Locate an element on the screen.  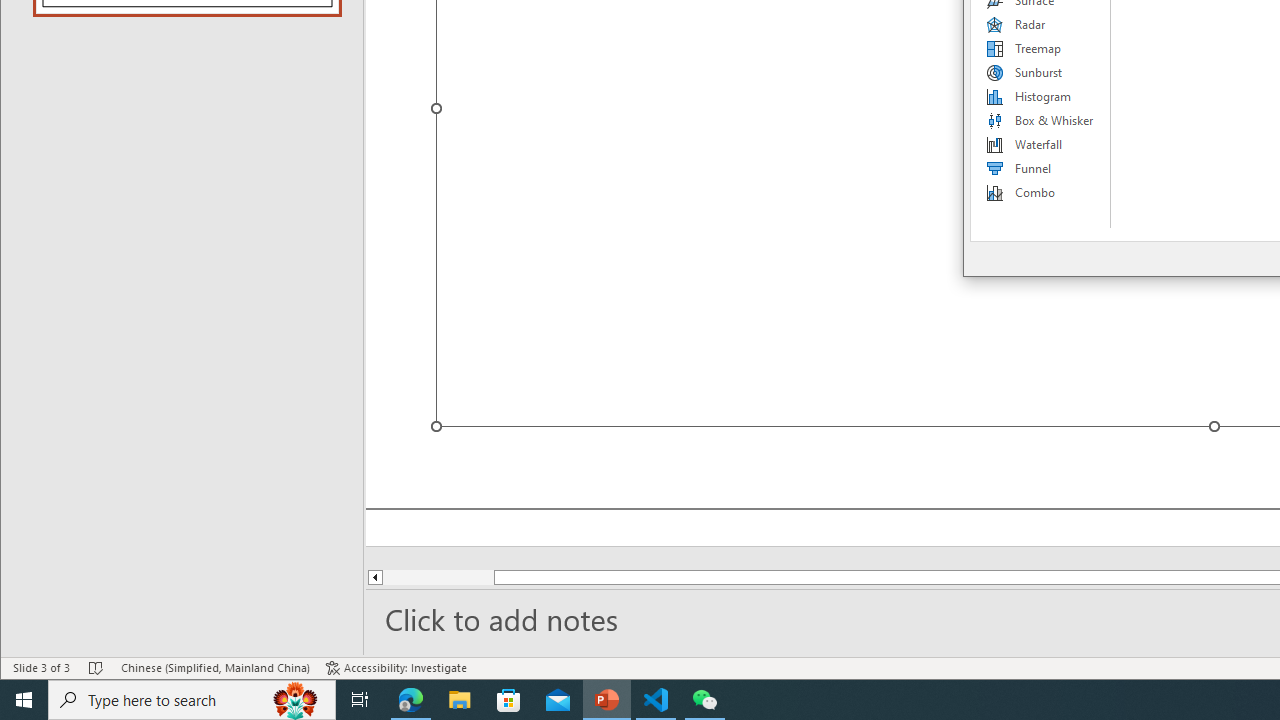
'Treemap' is located at coordinates (1040, 47).